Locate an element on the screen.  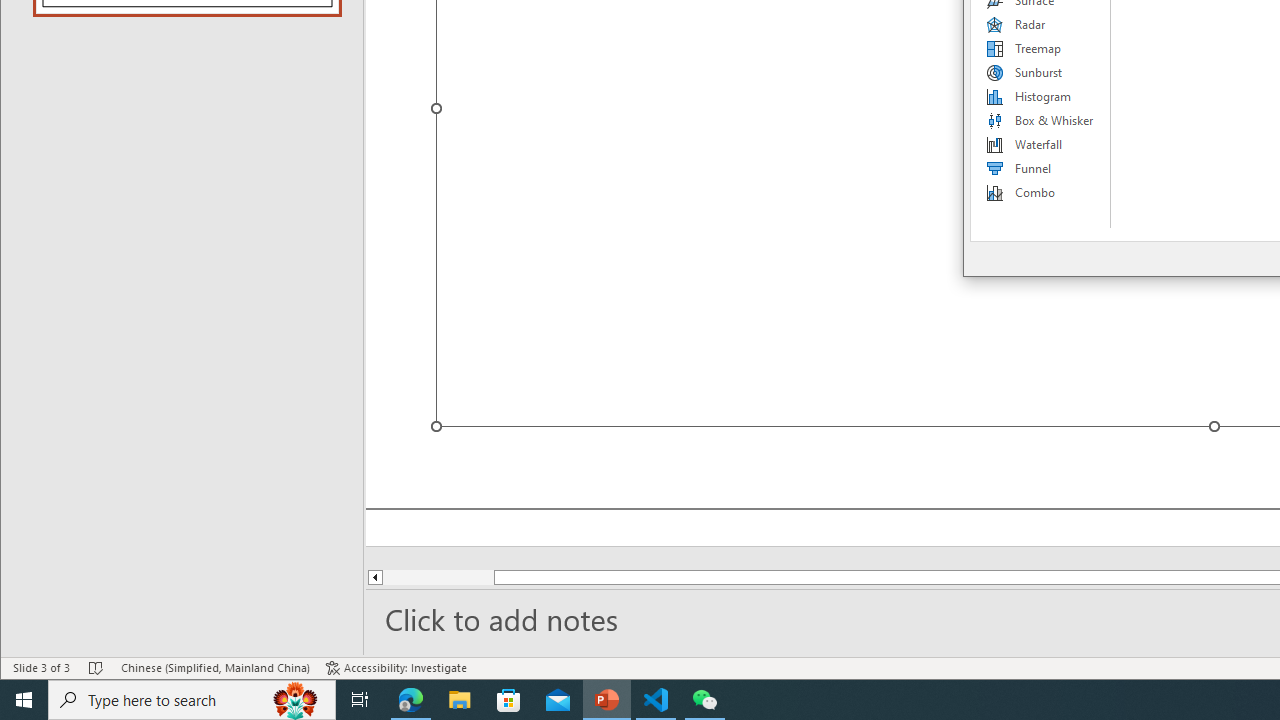
'Treemap' is located at coordinates (1040, 47).